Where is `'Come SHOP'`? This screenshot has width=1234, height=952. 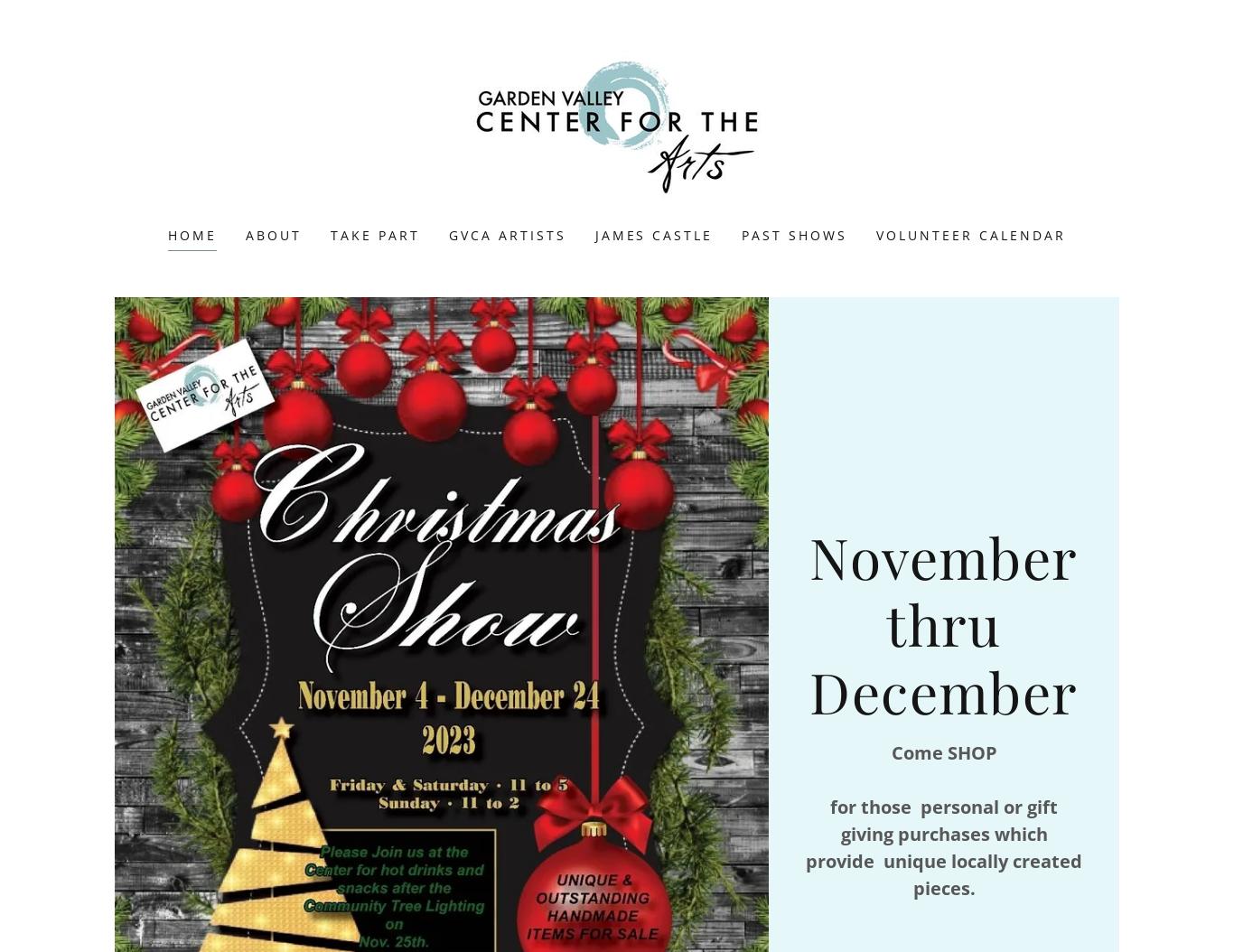
'Come SHOP' is located at coordinates (942, 751).